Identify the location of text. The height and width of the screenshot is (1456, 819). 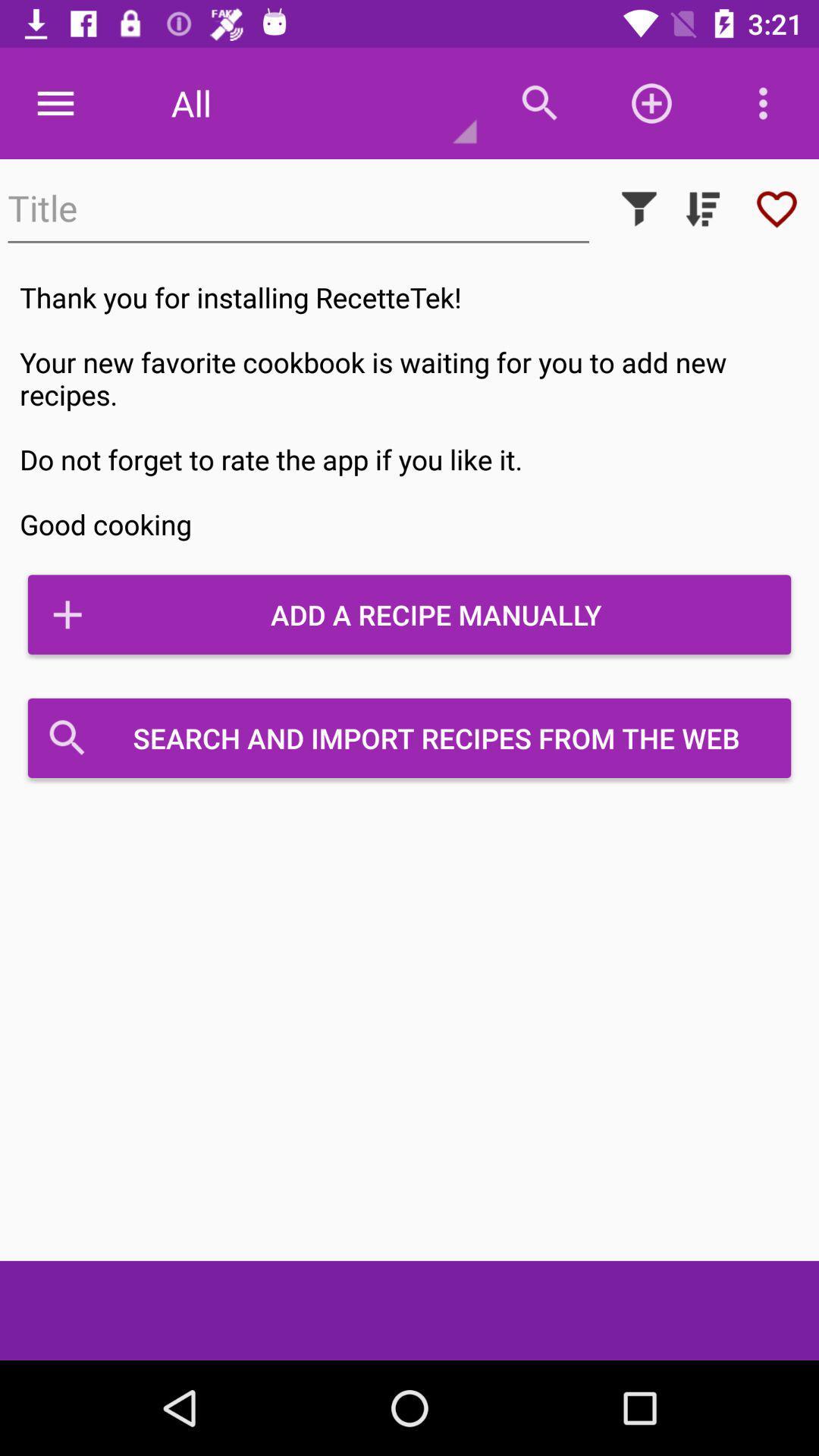
(298, 208).